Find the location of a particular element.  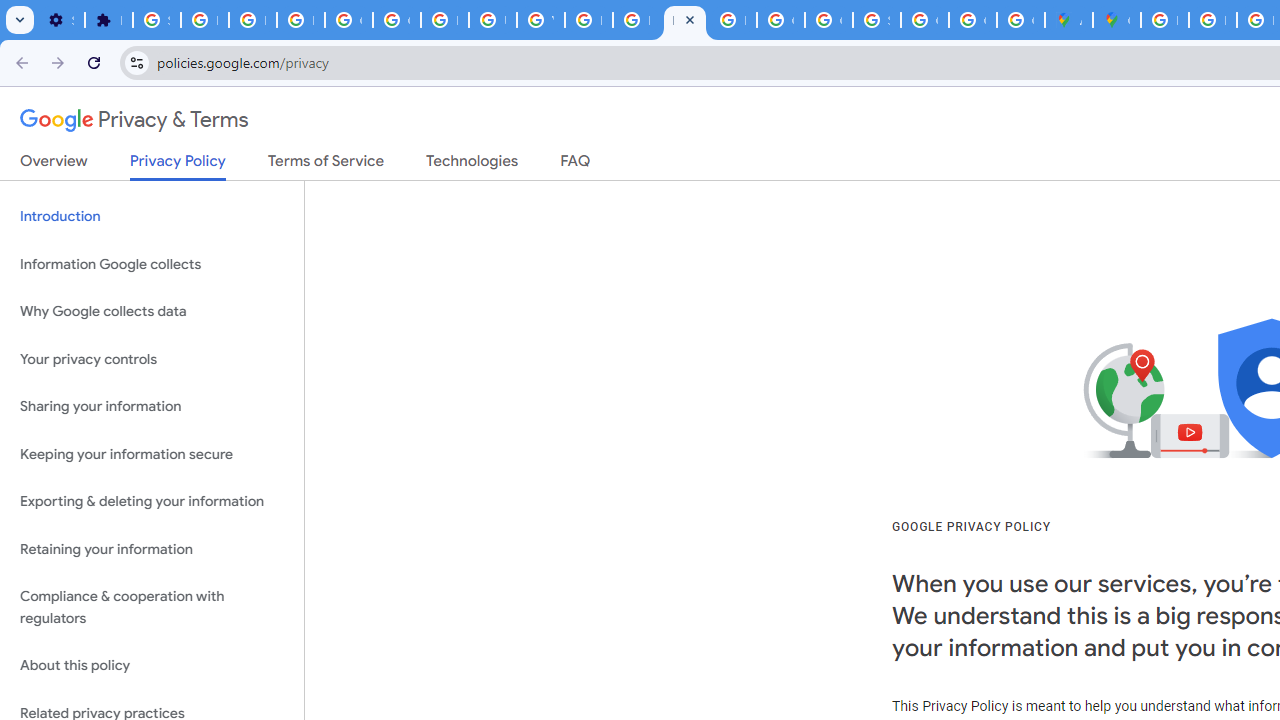

'Your privacy controls' is located at coordinates (151, 358).